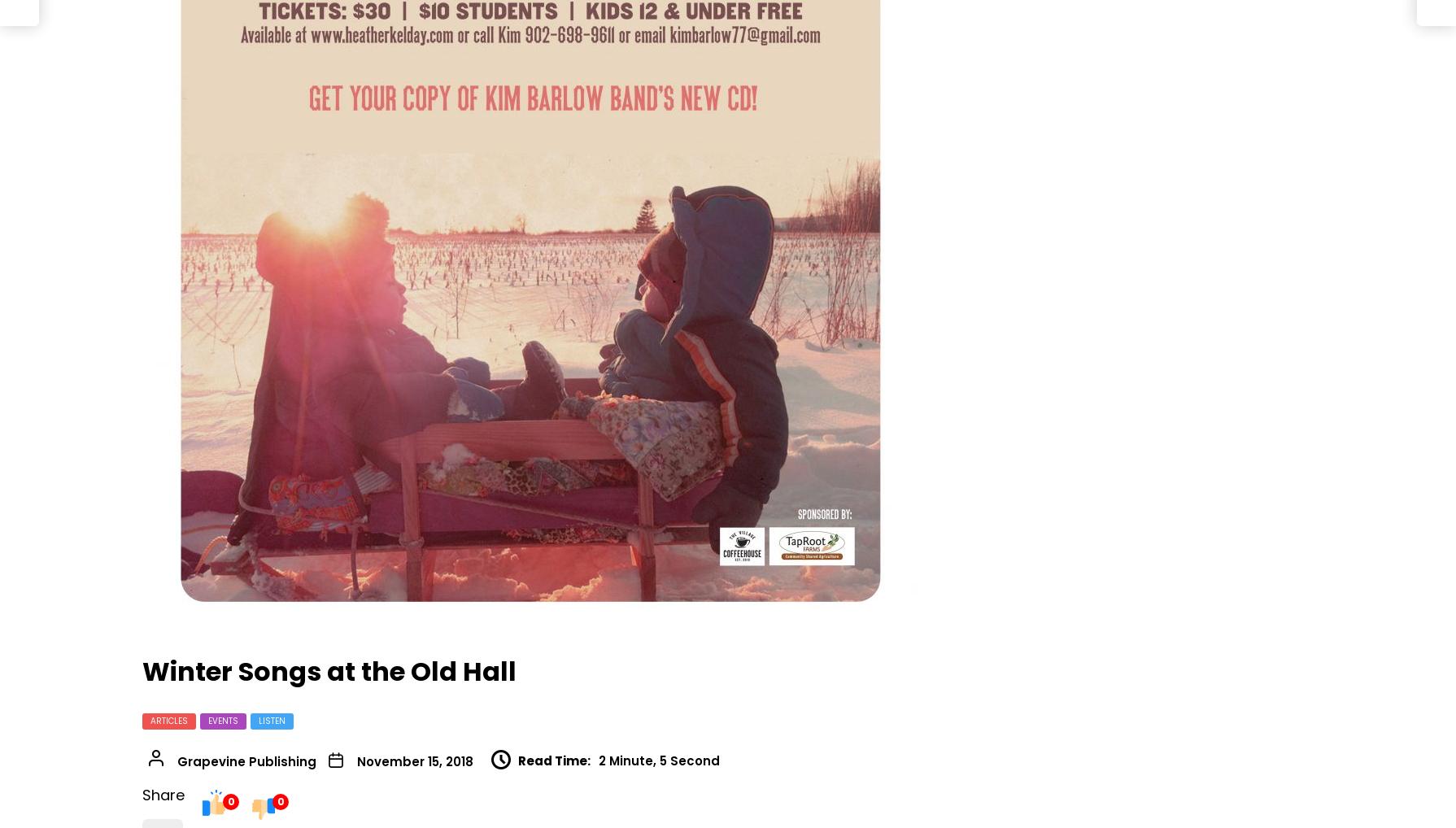  What do you see at coordinates (223, 720) in the screenshot?
I see `'Events'` at bounding box center [223, 720].